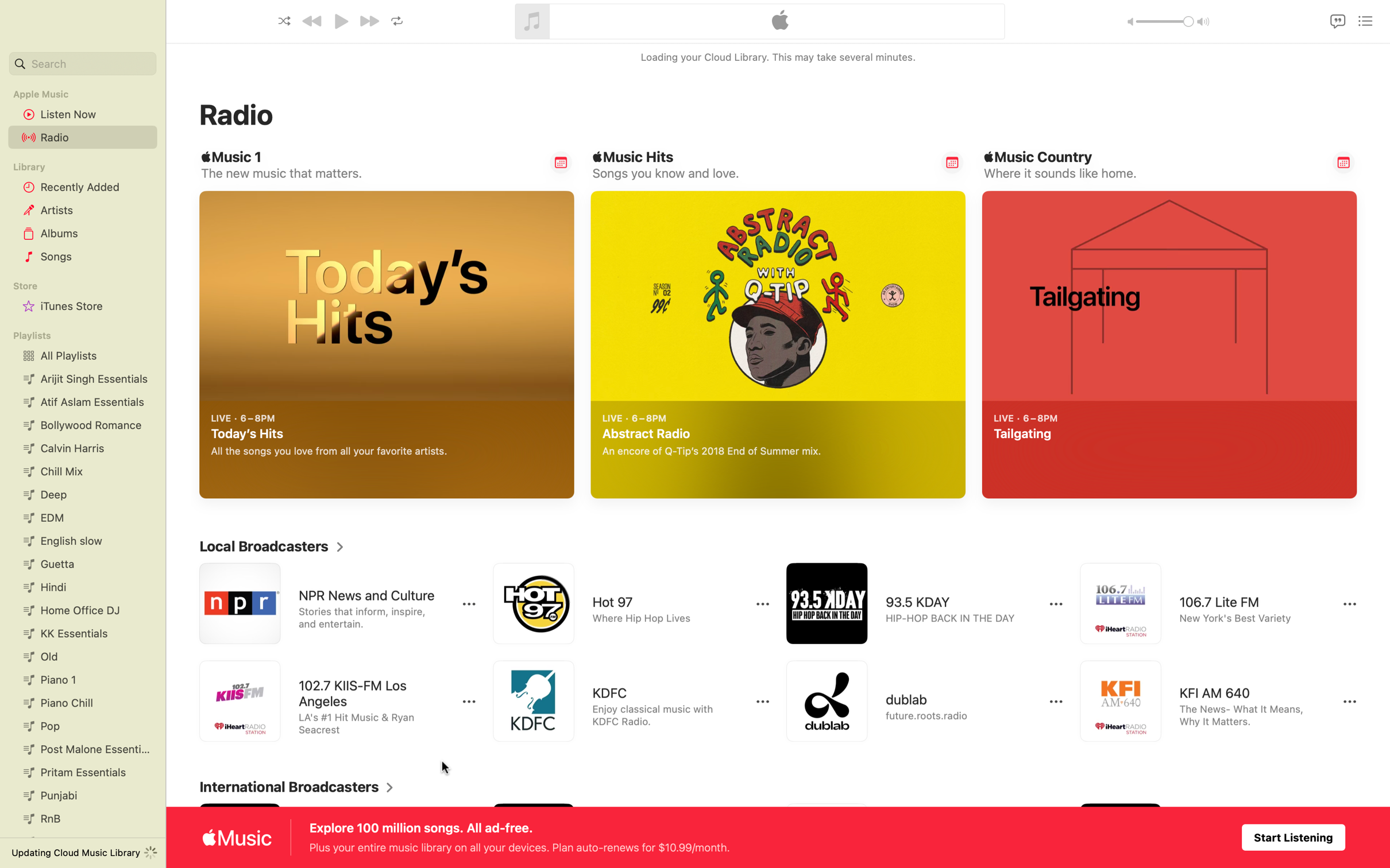 This screenshot has height=868, width=1390. Describe the element at coordinates (2612505, 722176) in the screenshot. I see `Hover over Abstract Radio` at that location.